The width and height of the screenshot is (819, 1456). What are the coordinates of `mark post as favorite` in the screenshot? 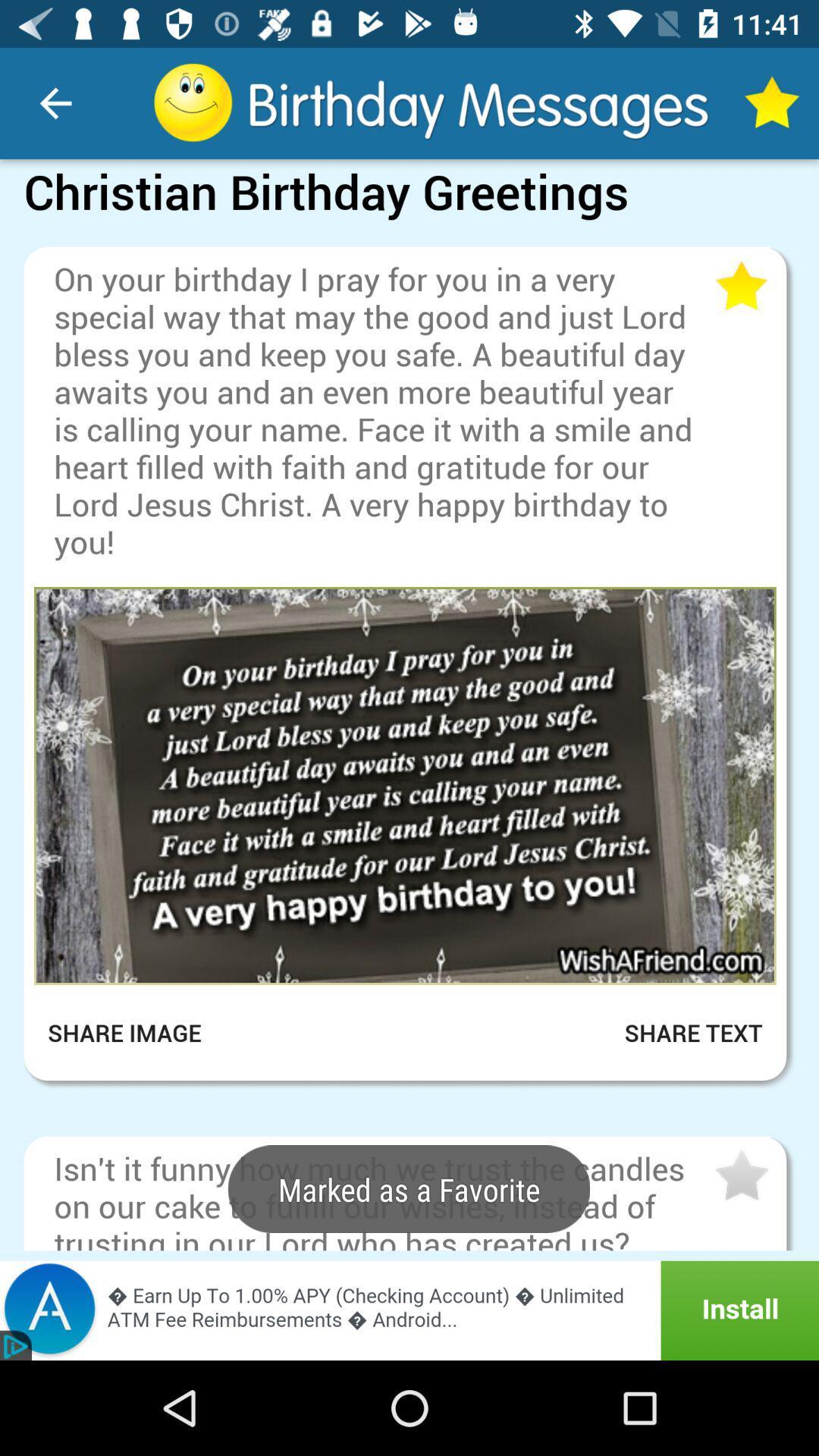 It's located at (739, 1175).